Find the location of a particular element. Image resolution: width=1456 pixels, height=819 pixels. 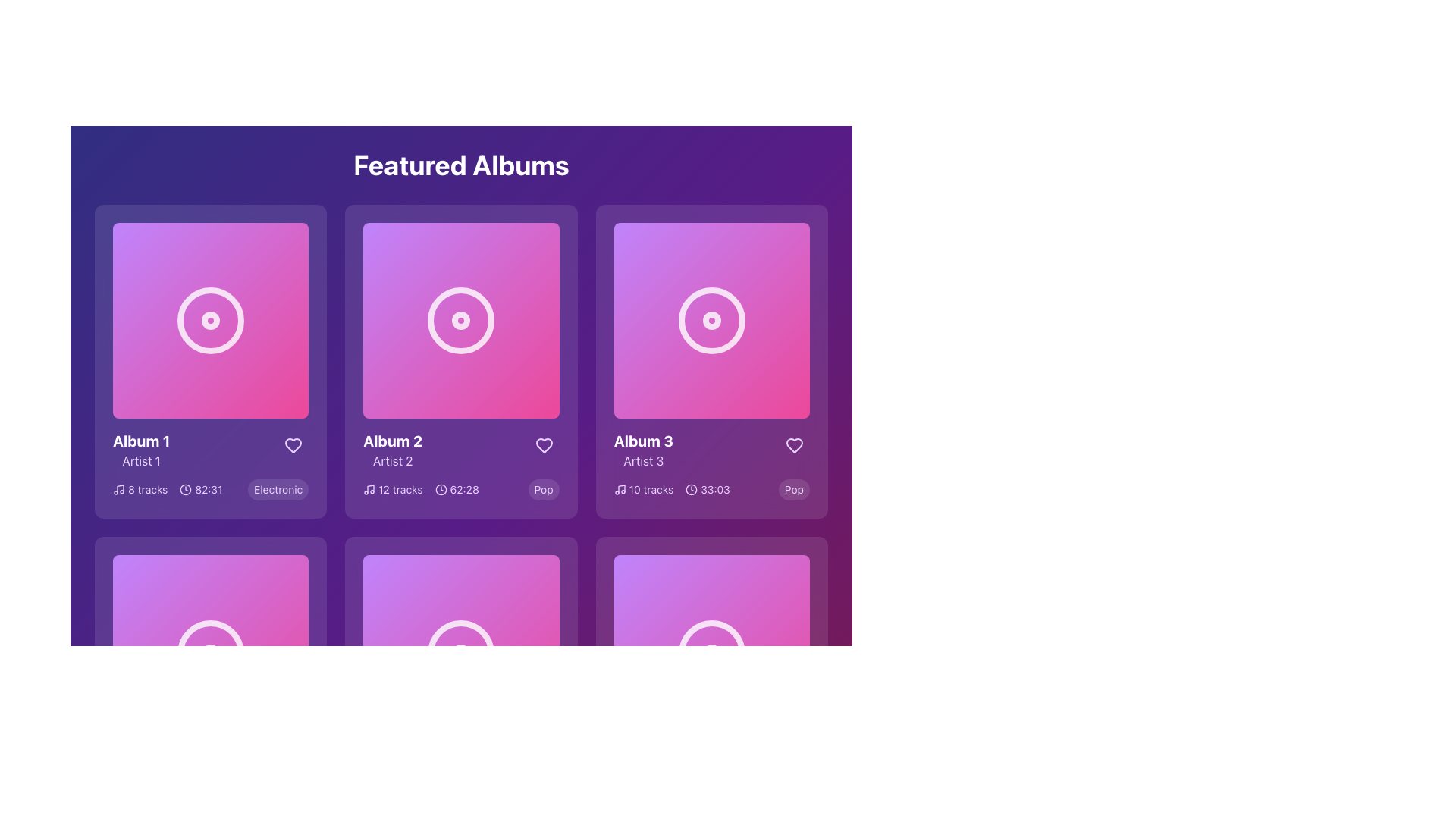

the circular icon representing 'Album 2' by 'Artist 2' is located at coordinates (460, 320).